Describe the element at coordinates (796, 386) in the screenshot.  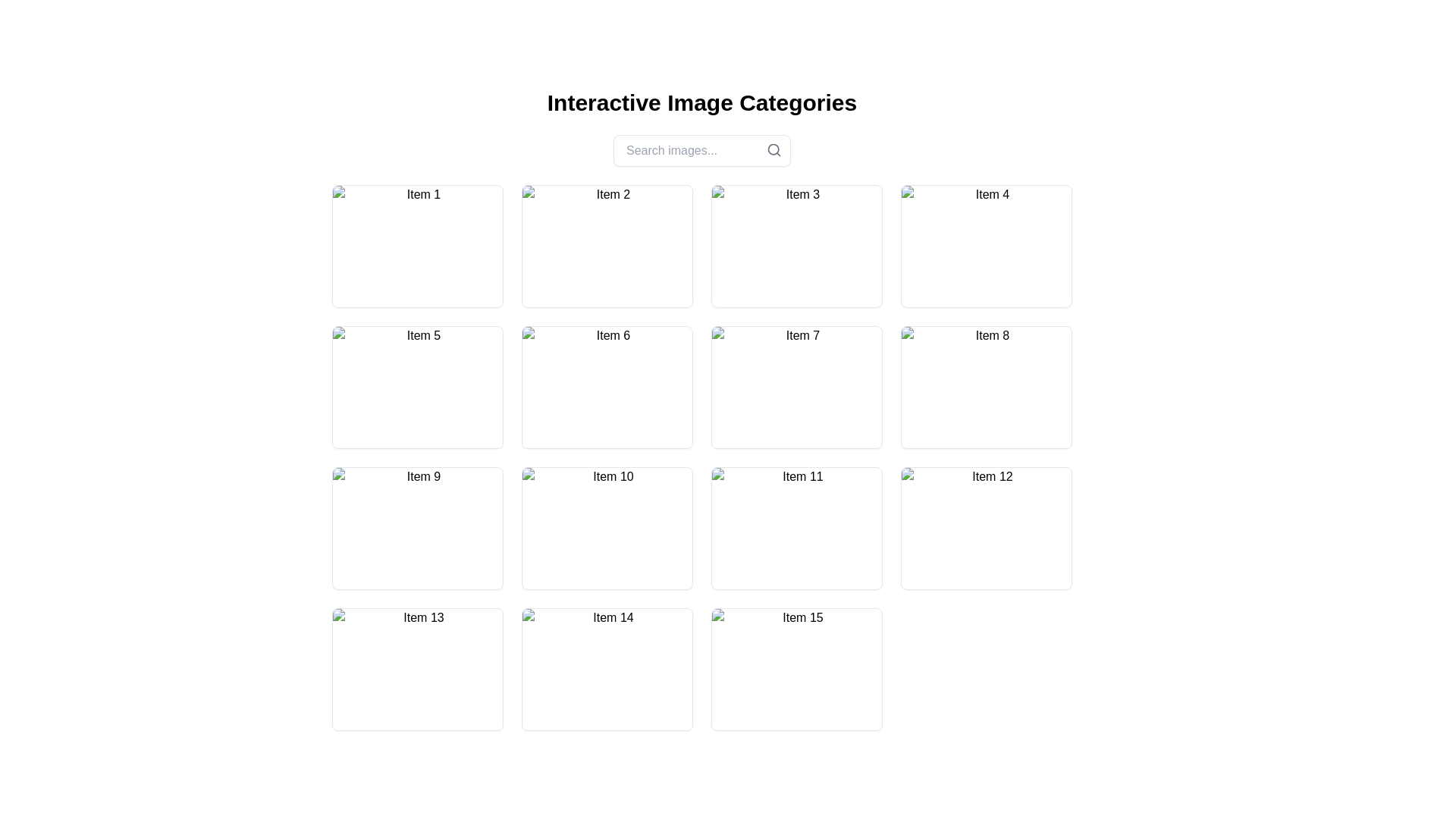
I see `the Item card labeled 'Item 7Nature' located in the second row, third column of the grid layout to interact` at that location.